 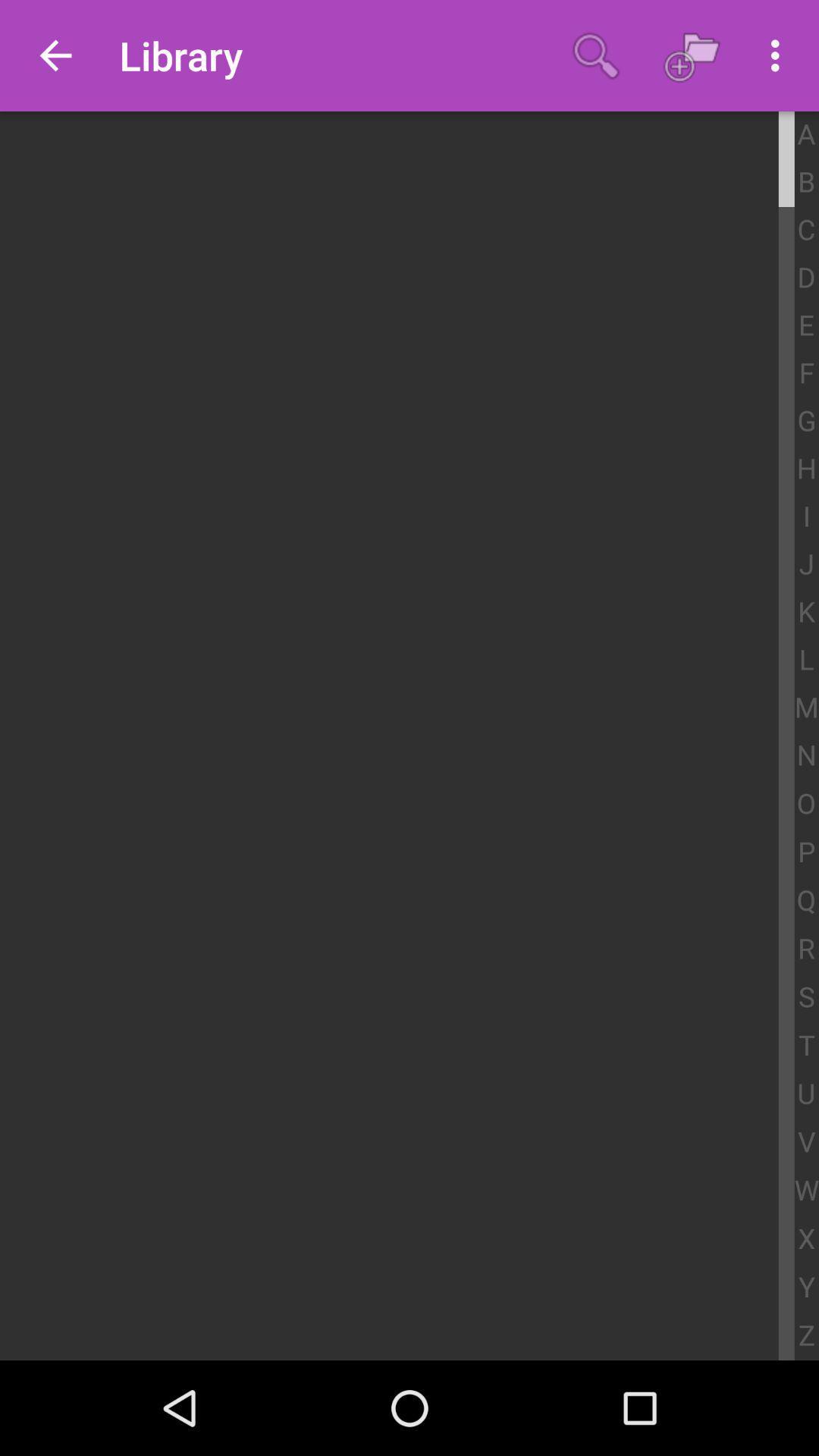 I want to click on the y item, so click(x=805, y=1287).